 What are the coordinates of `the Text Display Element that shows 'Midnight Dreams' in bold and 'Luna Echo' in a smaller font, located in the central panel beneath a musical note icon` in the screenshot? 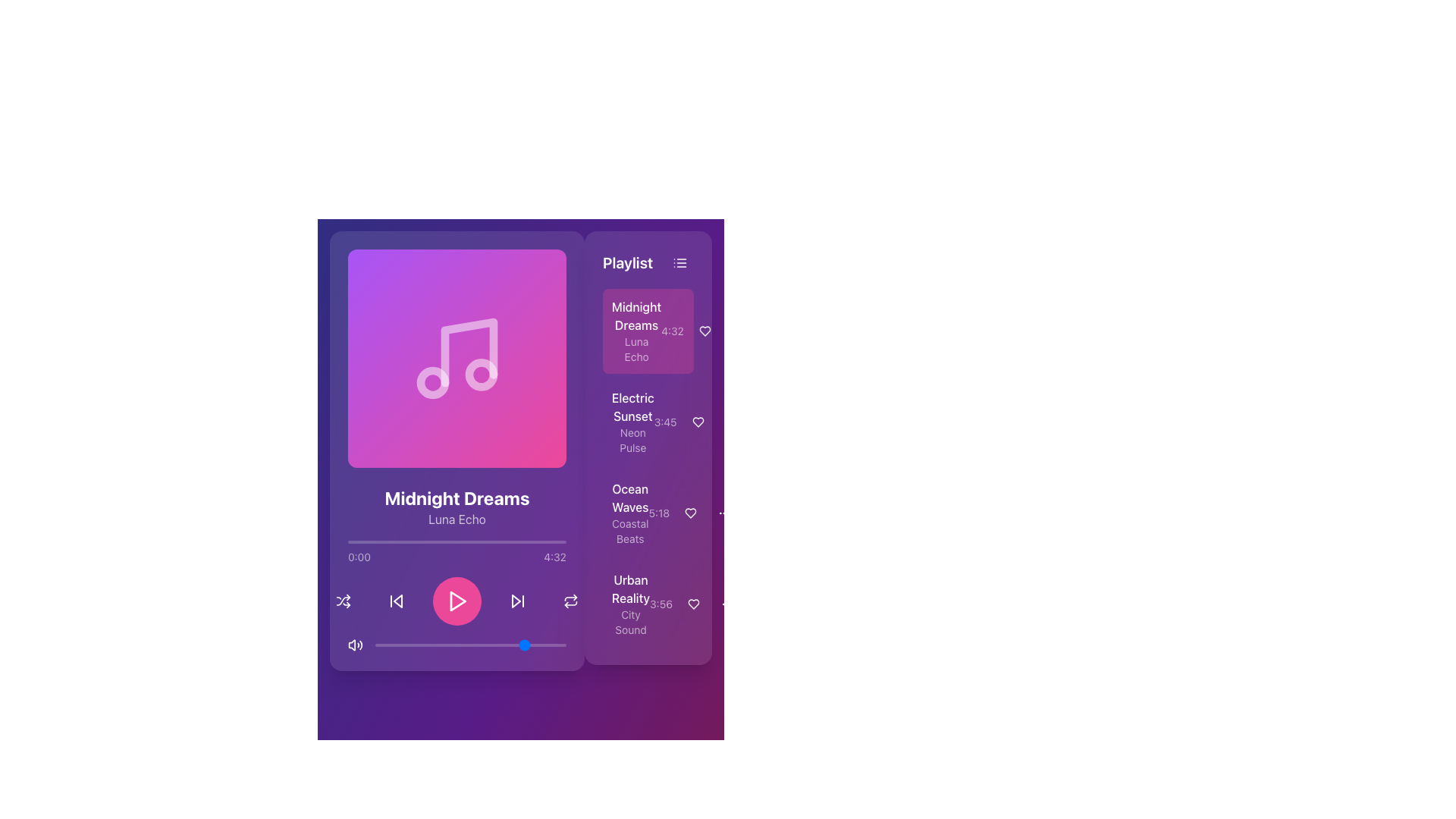 It's located at (457, 507).